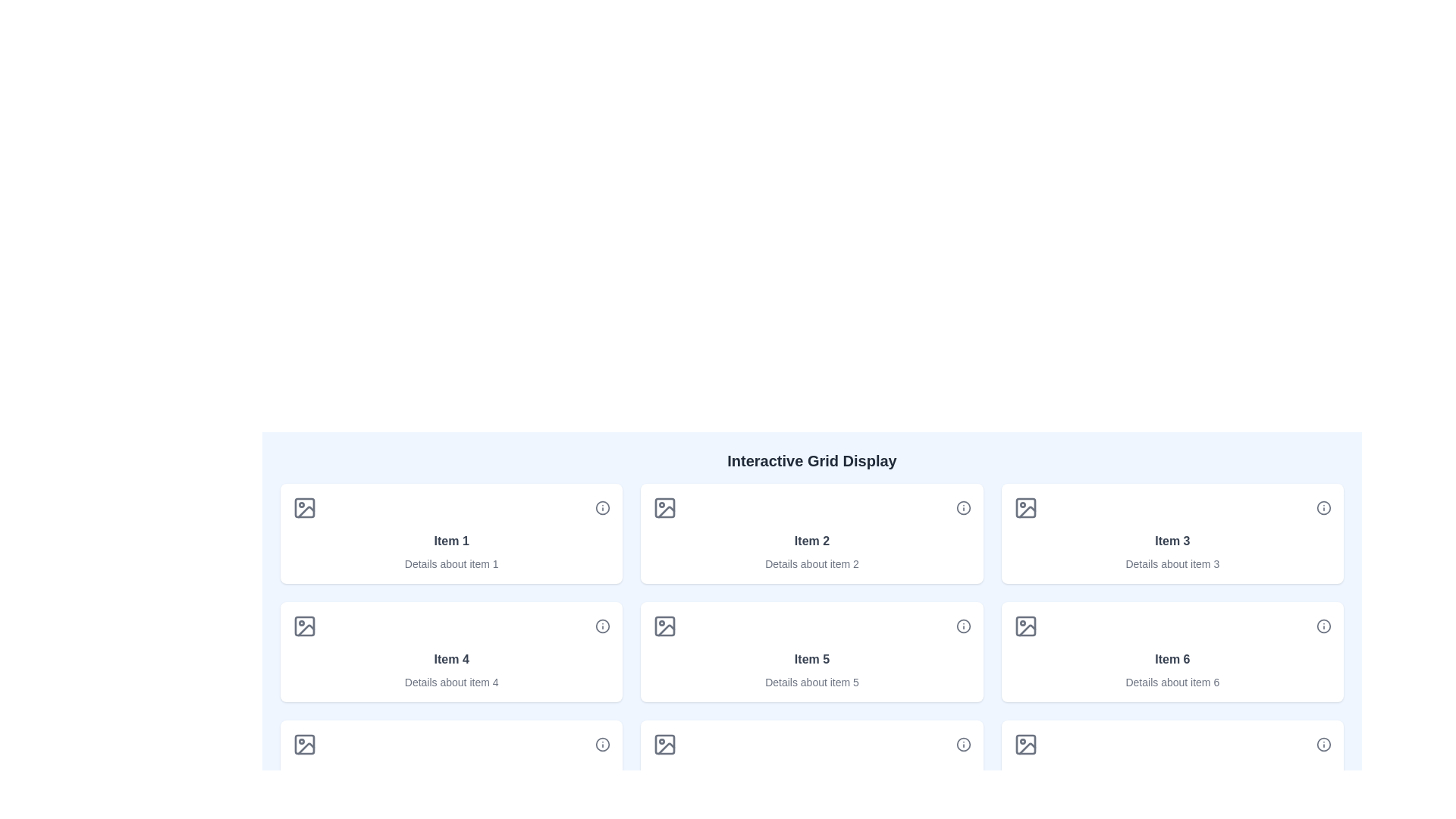 The height and width of the screenshot is (819, 1456). I want to click on the informational text block containing the title 'Item 3' and details about item 3, which is styled in bold and smaller gray font, located in the top-right of the grid layout, so click(1172, 552).